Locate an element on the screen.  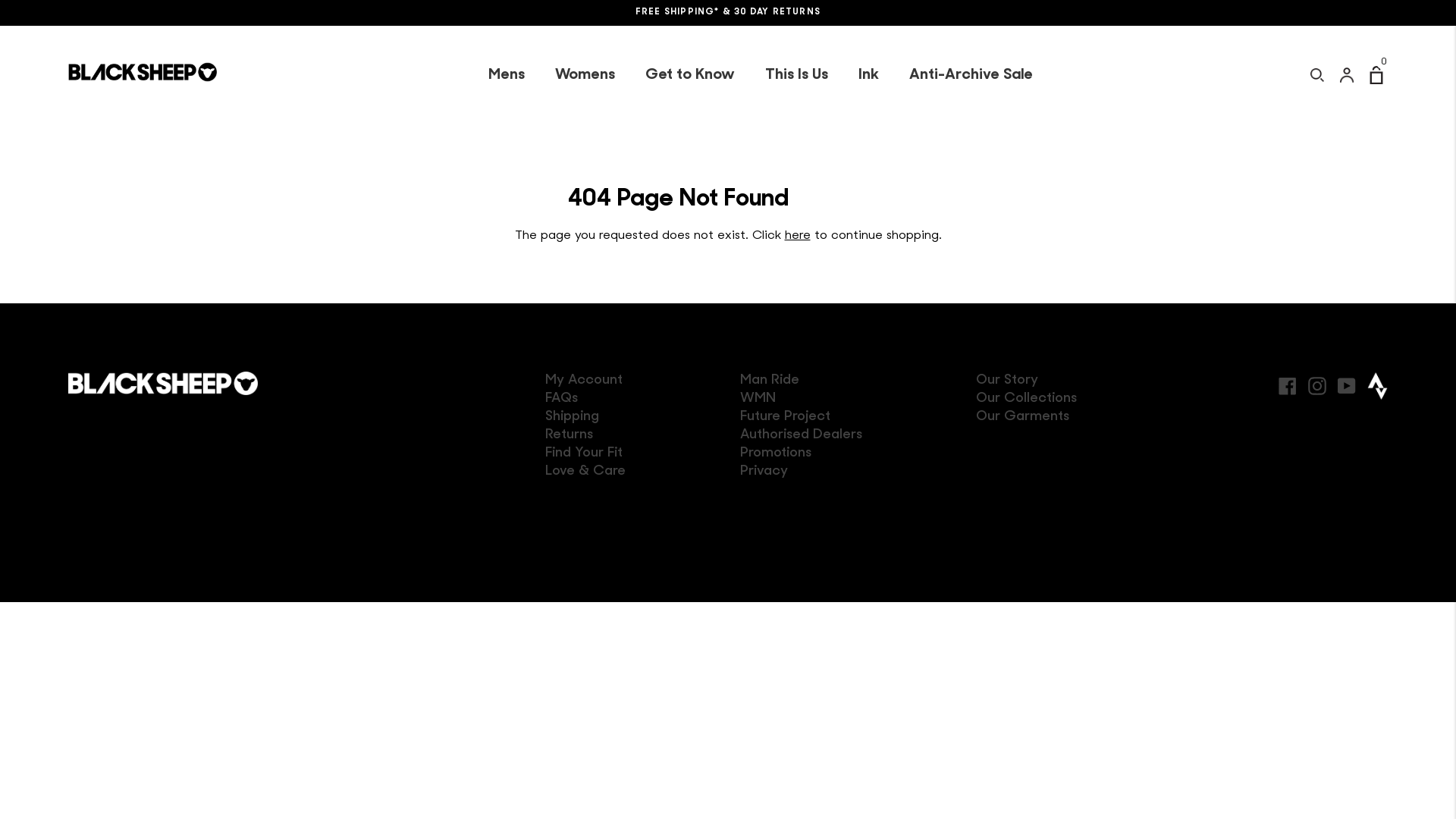
'Get to Know' is located at coordinates (688, 75).